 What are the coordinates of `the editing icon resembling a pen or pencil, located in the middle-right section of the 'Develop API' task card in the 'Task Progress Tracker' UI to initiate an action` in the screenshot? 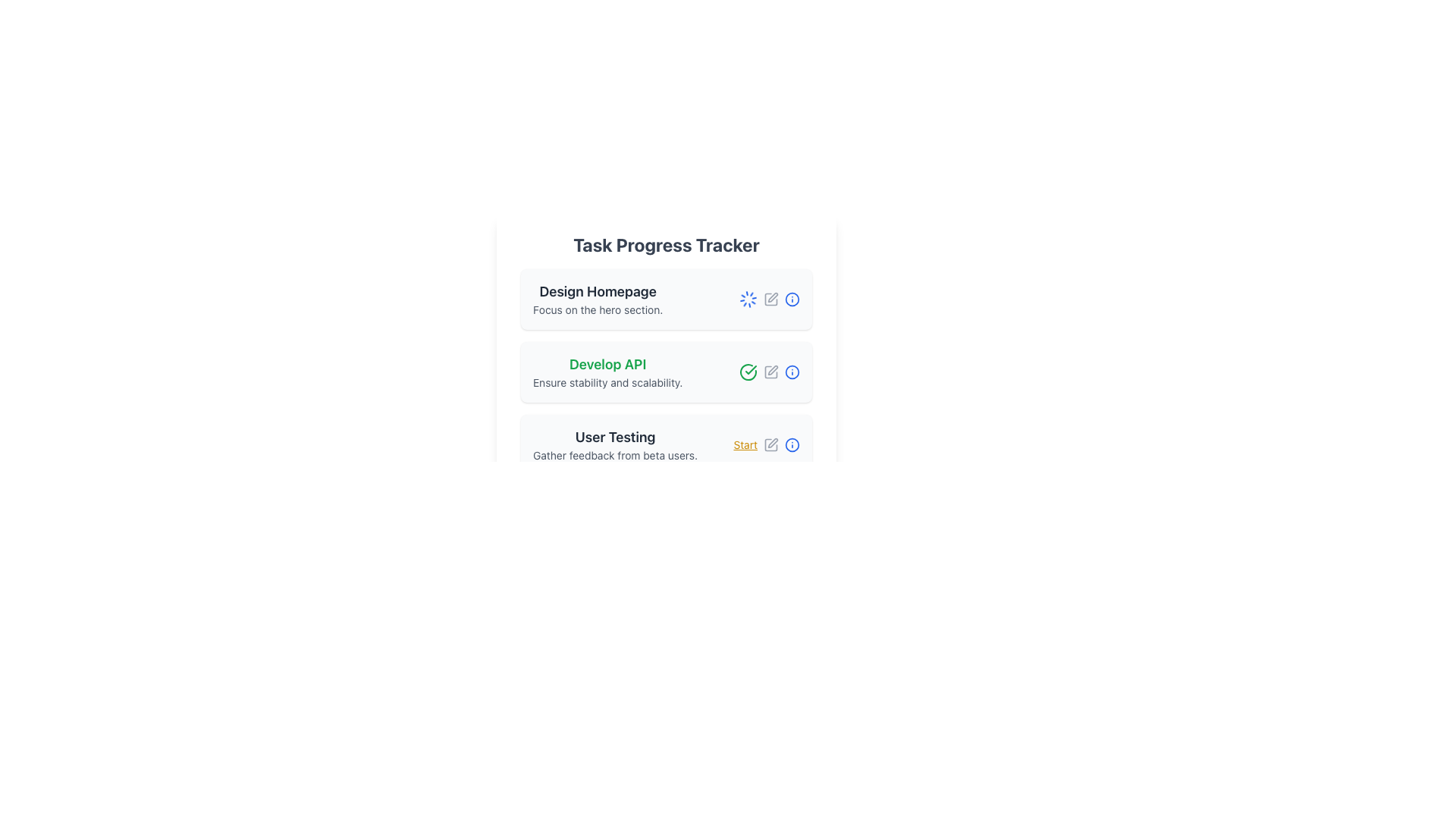 It's located at (773, 370).